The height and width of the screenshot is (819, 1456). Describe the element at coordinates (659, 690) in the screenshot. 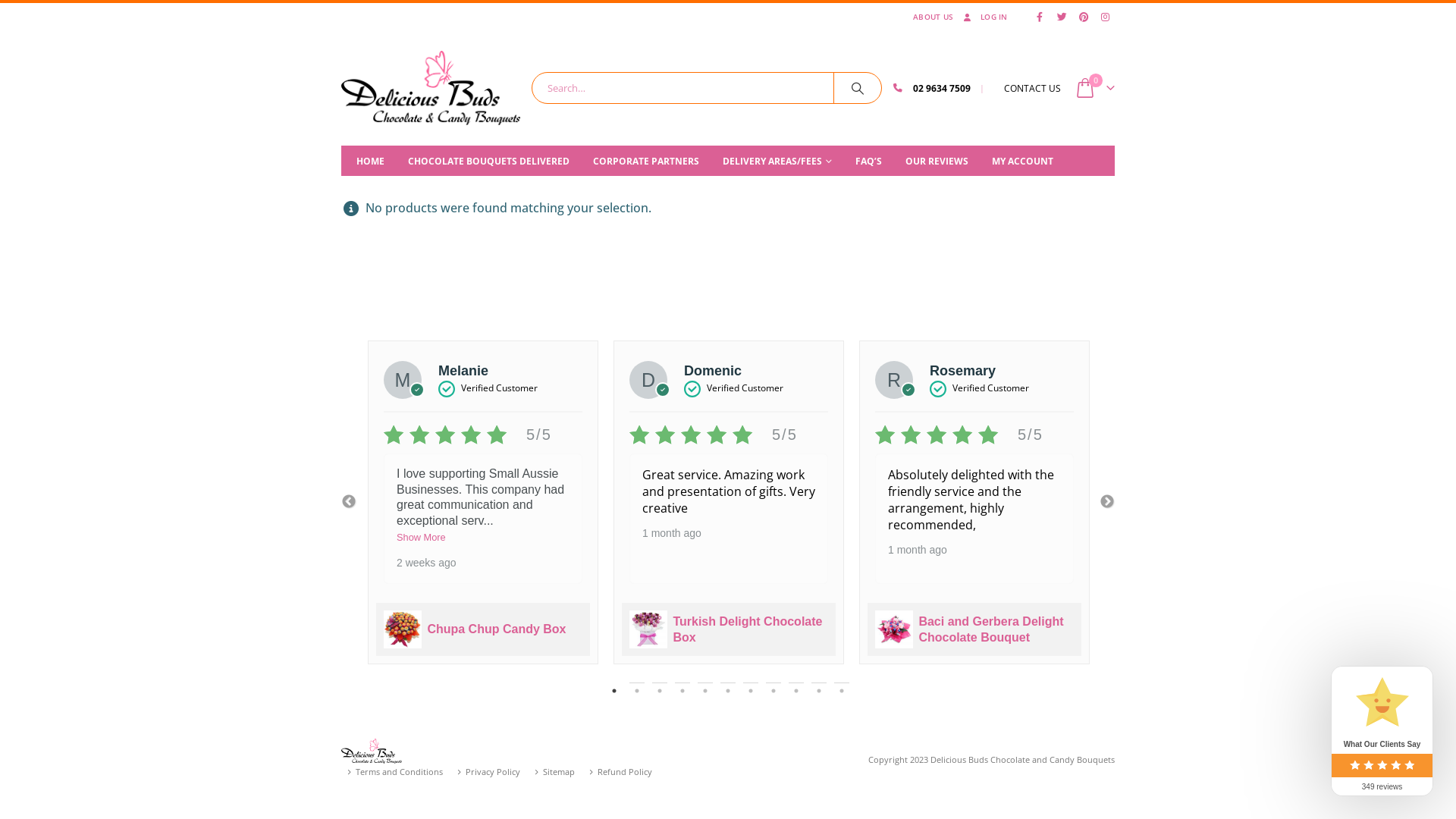

I see `'3'` at that location.